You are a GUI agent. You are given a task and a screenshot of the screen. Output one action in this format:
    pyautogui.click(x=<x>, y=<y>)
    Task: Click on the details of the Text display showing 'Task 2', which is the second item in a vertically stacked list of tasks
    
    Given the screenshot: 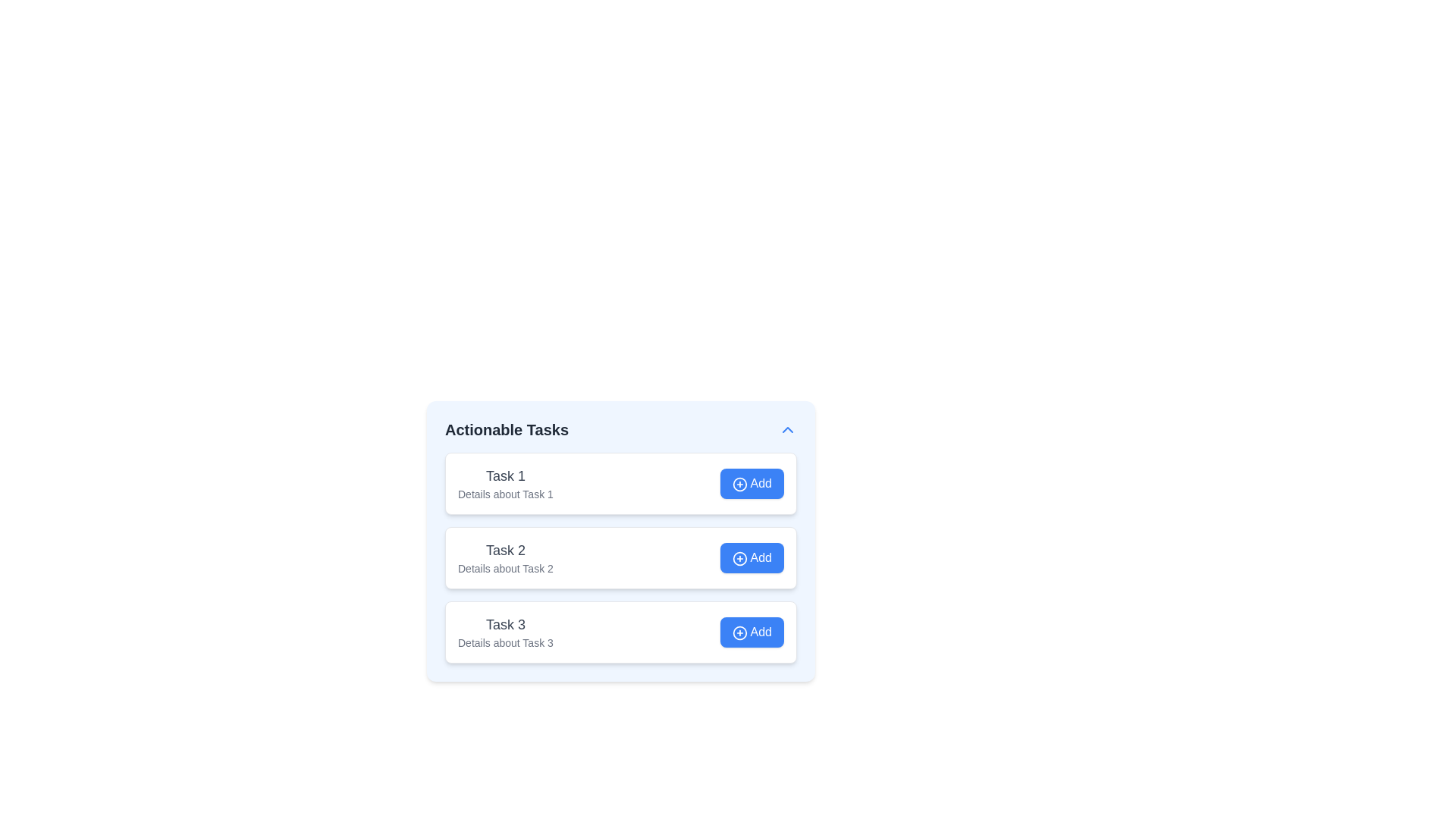 What is the action you would take?
    pyautogui.click(x=505, y=558)
    